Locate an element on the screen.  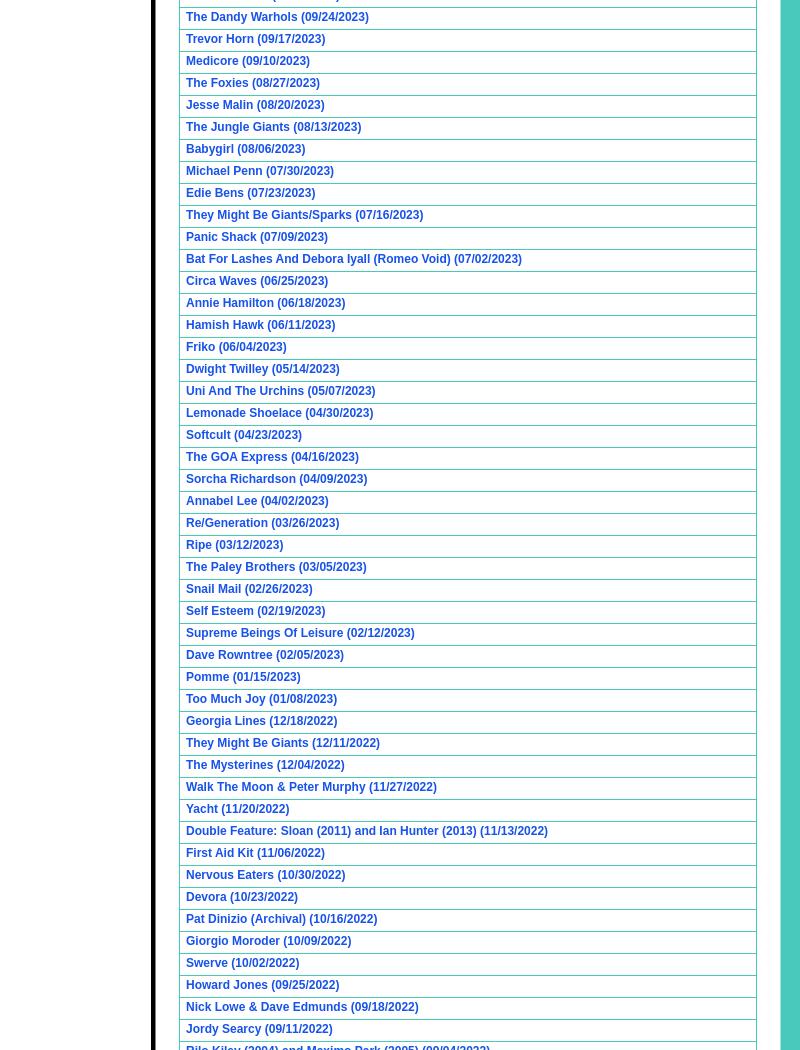
'First Aid Kit (11/06/2022)' is located at coordinates (254, 853).